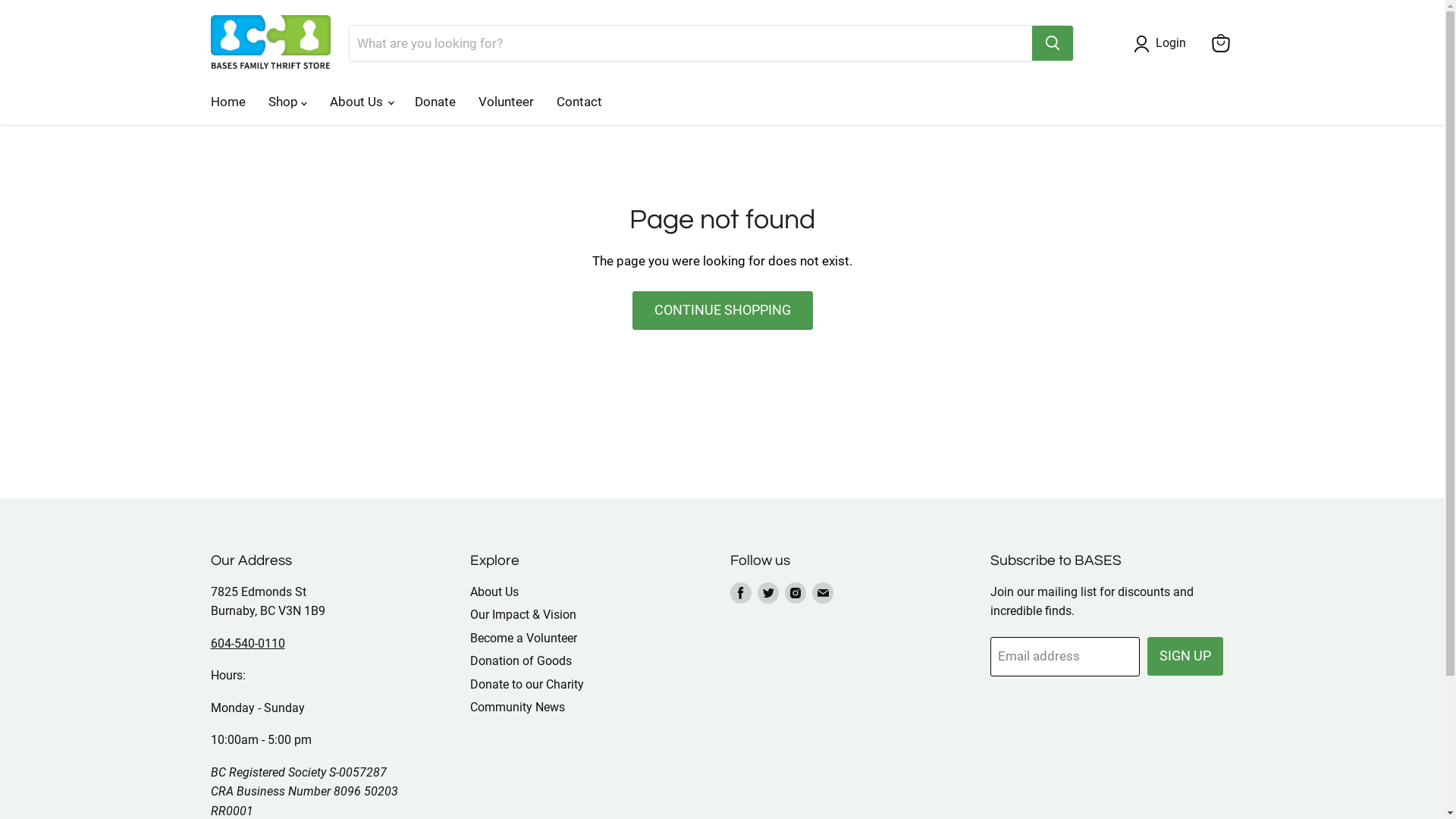 This screenshot has height=819, width=1456. I want to click on 'Volunteer', so click(466, 102).